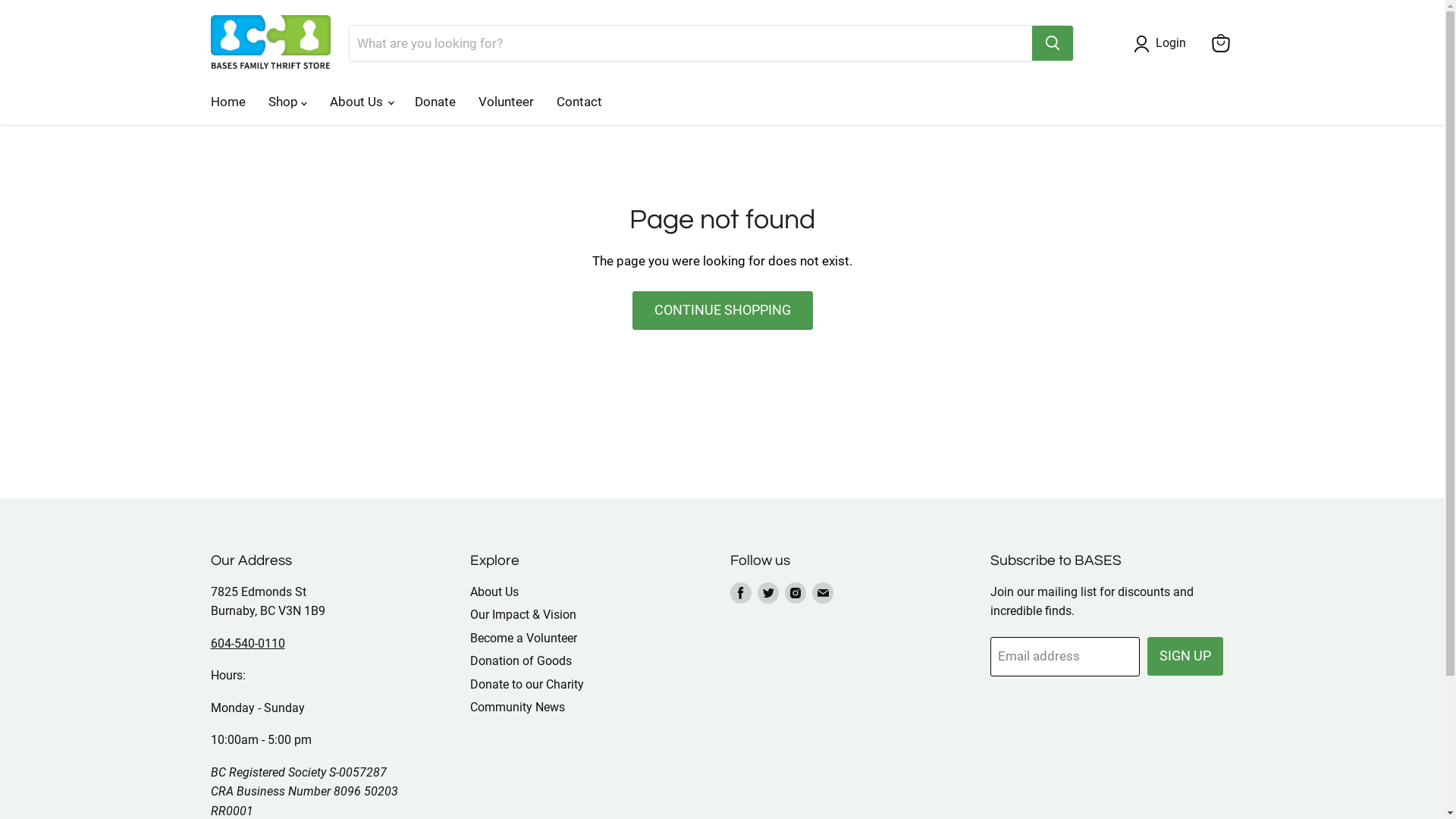 This screenshot has height=819, width=1456. I want to click on 'Volunteer', so click(466, 102).